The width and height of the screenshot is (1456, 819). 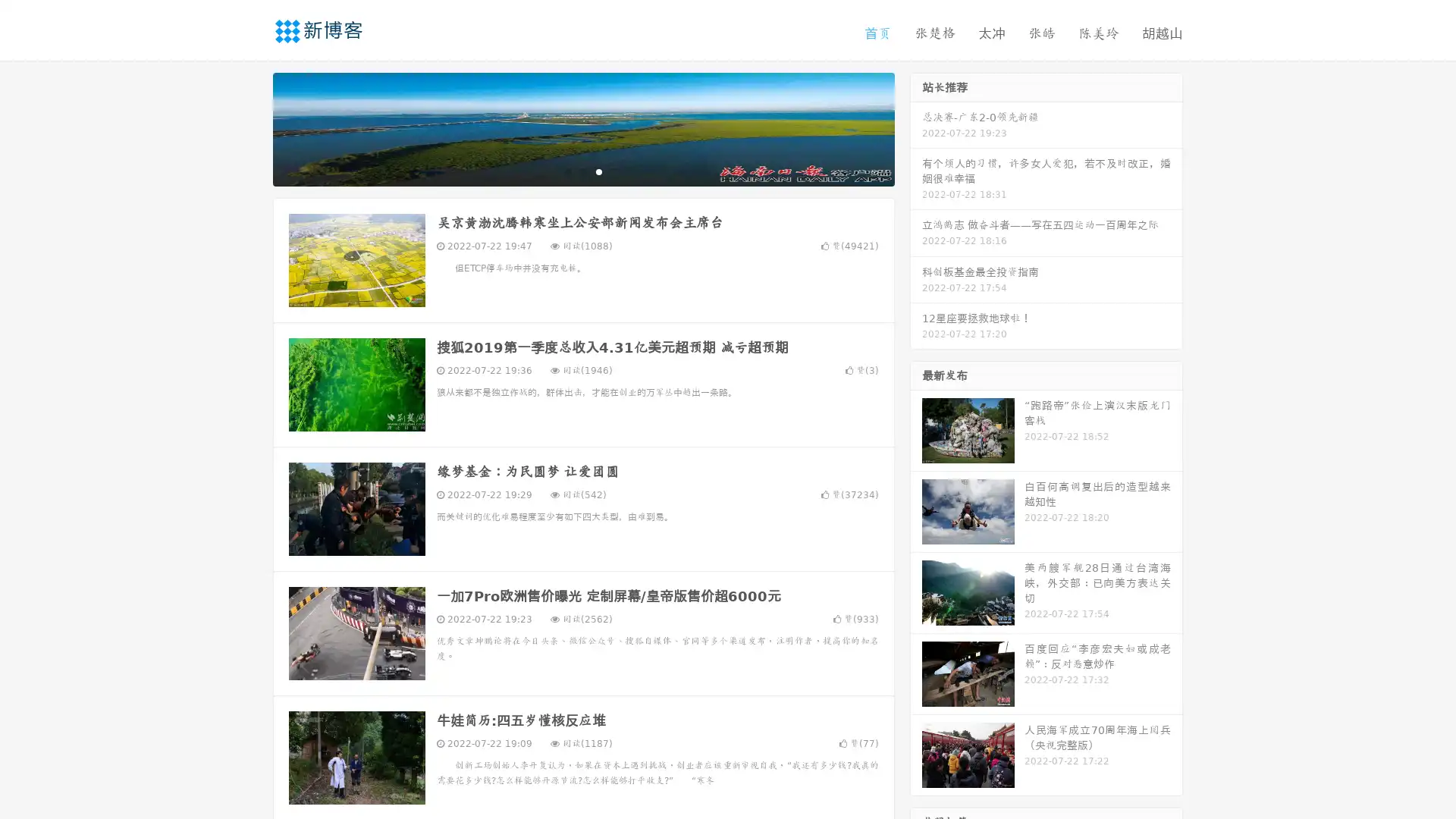 What do you see at coordinates (598, 171) in the screenshot?
I see `Go to slide 3` at bounding box center [598, 171].